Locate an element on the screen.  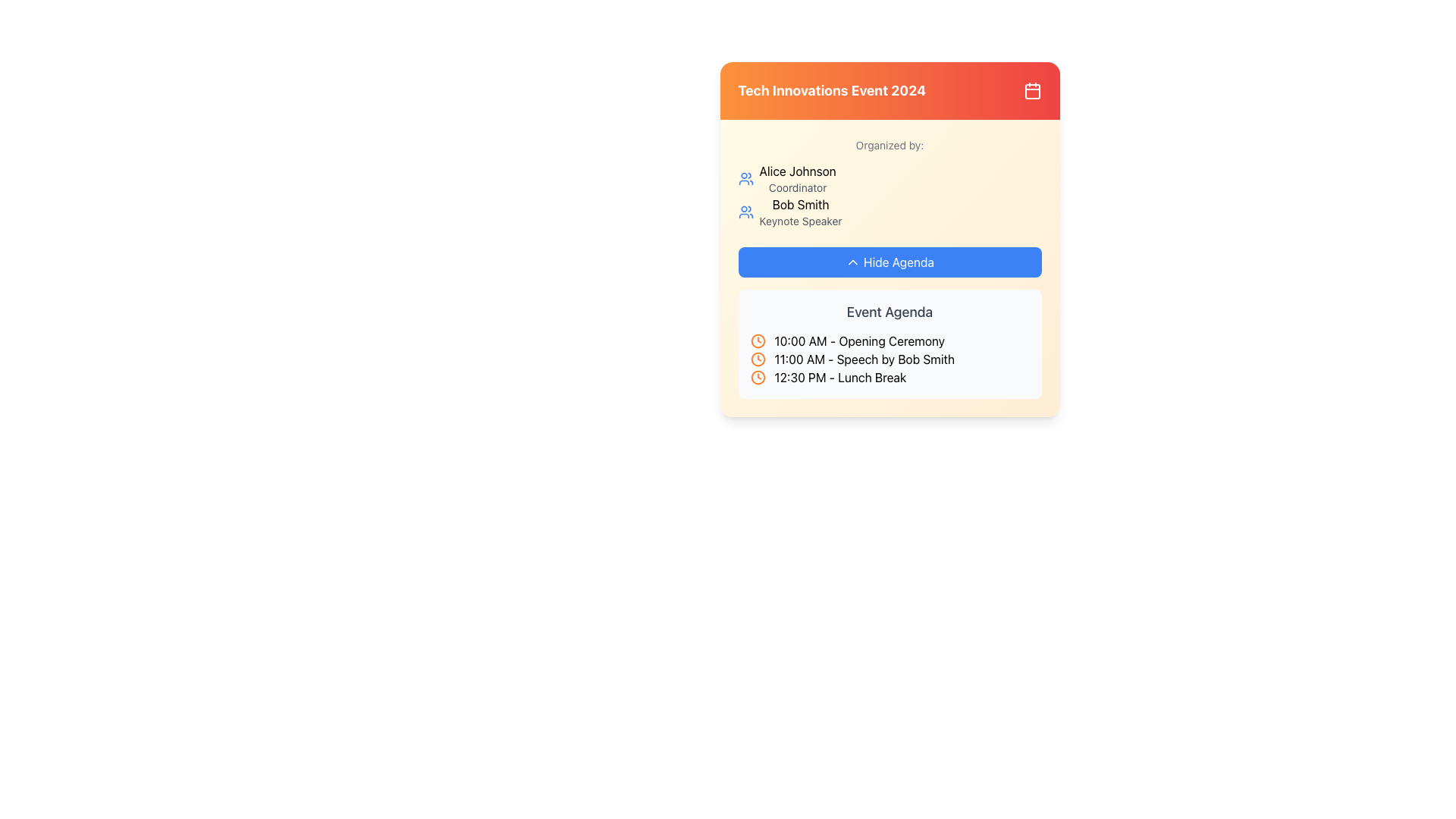
the blue outline icon depicting two overlapping head-and-shoulder shapes, which is located before the text 'Alice Johnson Coordinator' in the yellow card interface is located at coordinates (745, 177).